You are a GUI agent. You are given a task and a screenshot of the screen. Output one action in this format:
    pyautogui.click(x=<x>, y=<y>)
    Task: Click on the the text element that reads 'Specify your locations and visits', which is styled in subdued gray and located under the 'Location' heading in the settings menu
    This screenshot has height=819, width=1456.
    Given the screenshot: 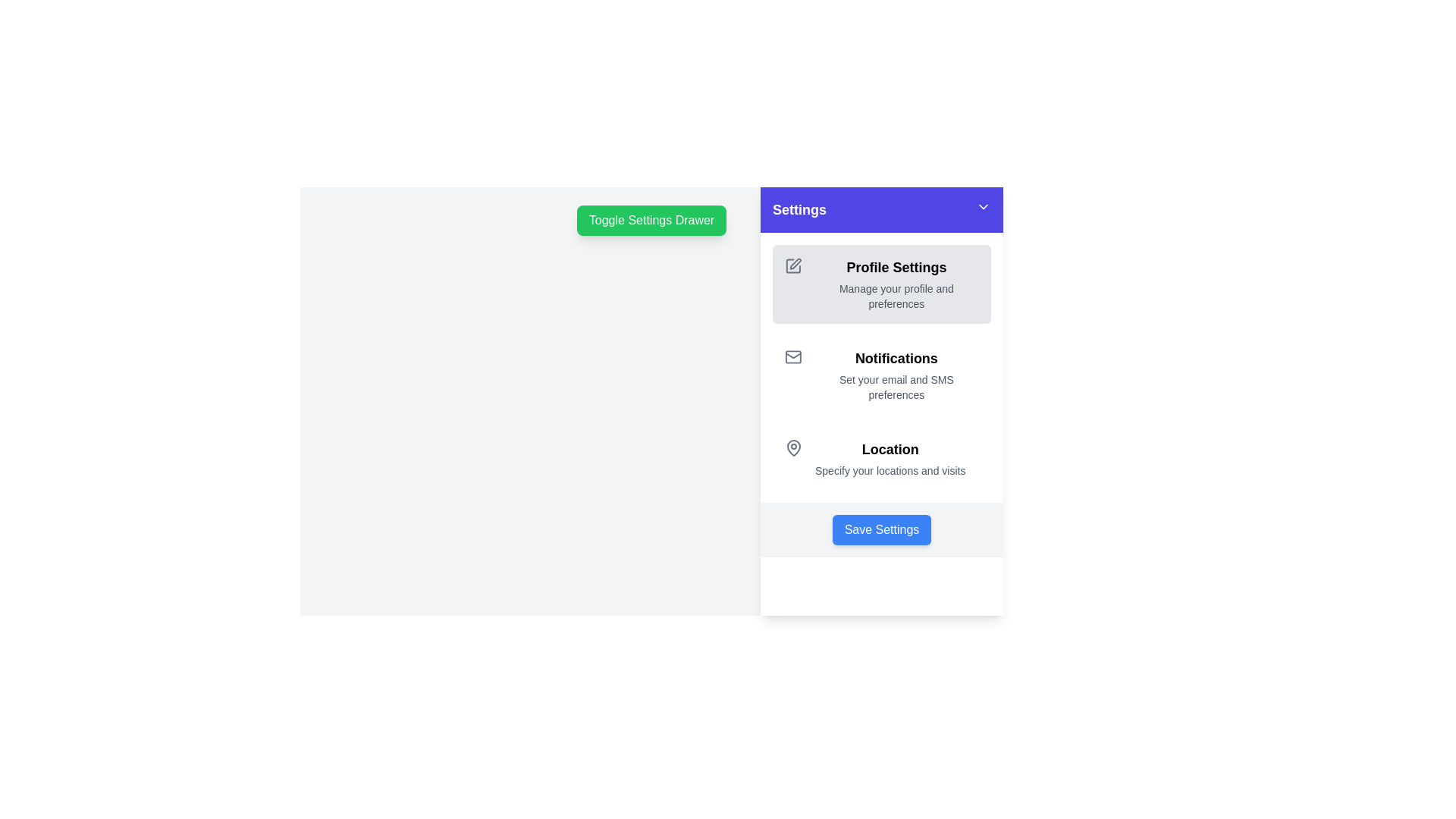 What is the action you would take?
    pyautogui.click(x=890, y=470)
    